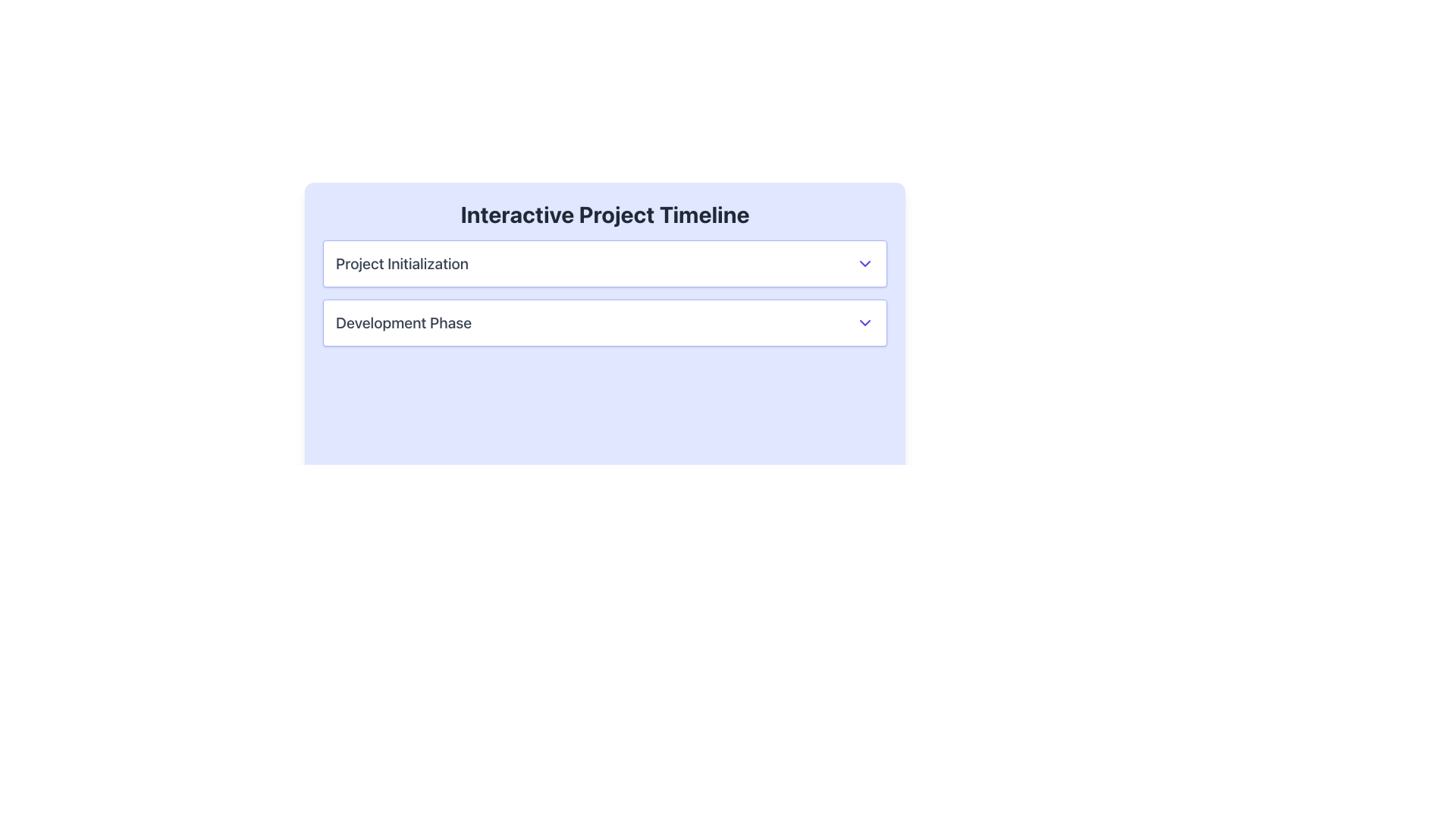 This screenshot has height=819, width=1456. I want to click on the icon located at the far-right end of the row labeled 'Project Initialization', so click(865, 262).